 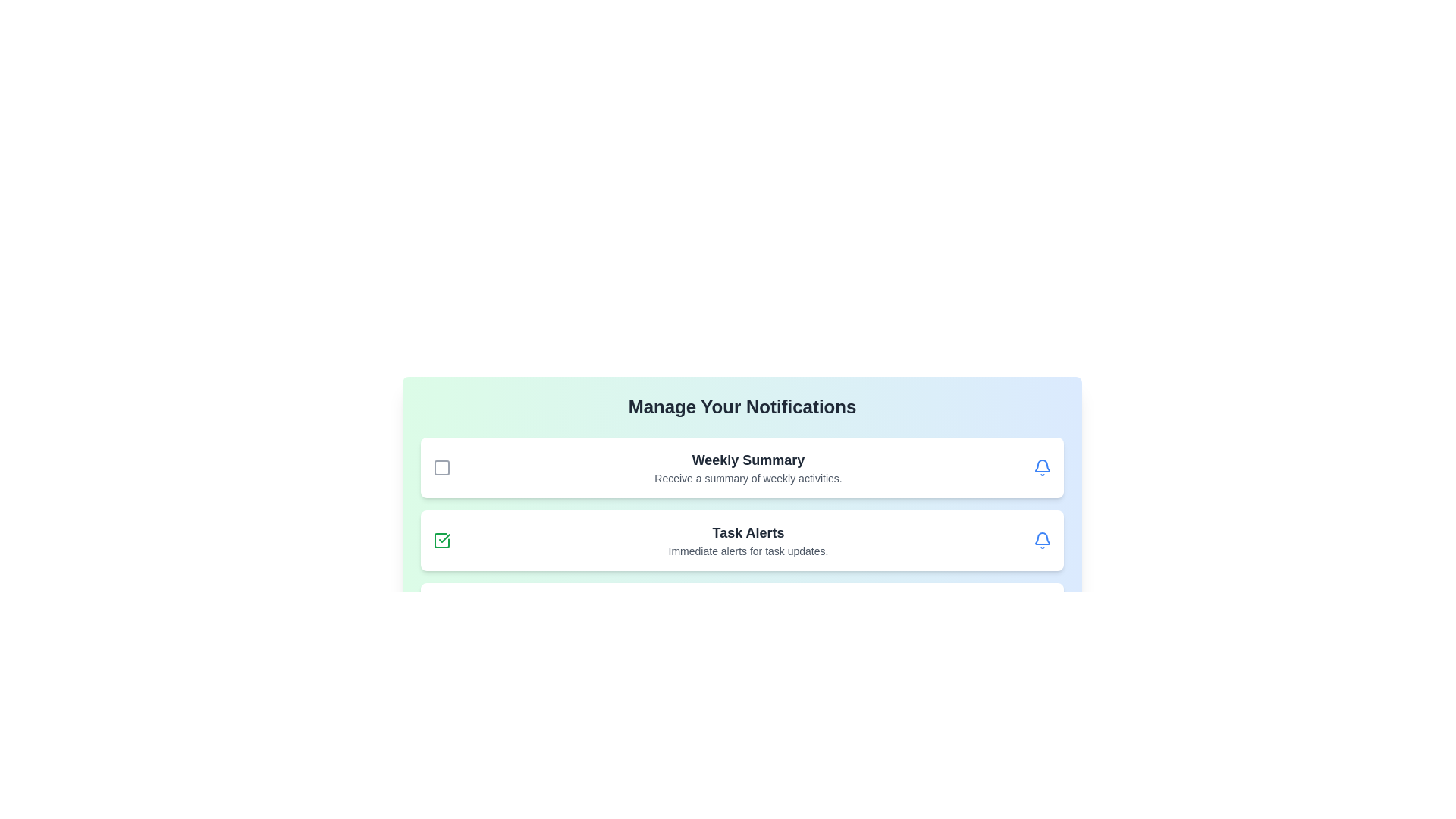 I want to click on the 'Task Alerts' notification setting description, which is centrally positioned next to a checkbox icon and followed by a bell icon, so click(x=748, y=540).